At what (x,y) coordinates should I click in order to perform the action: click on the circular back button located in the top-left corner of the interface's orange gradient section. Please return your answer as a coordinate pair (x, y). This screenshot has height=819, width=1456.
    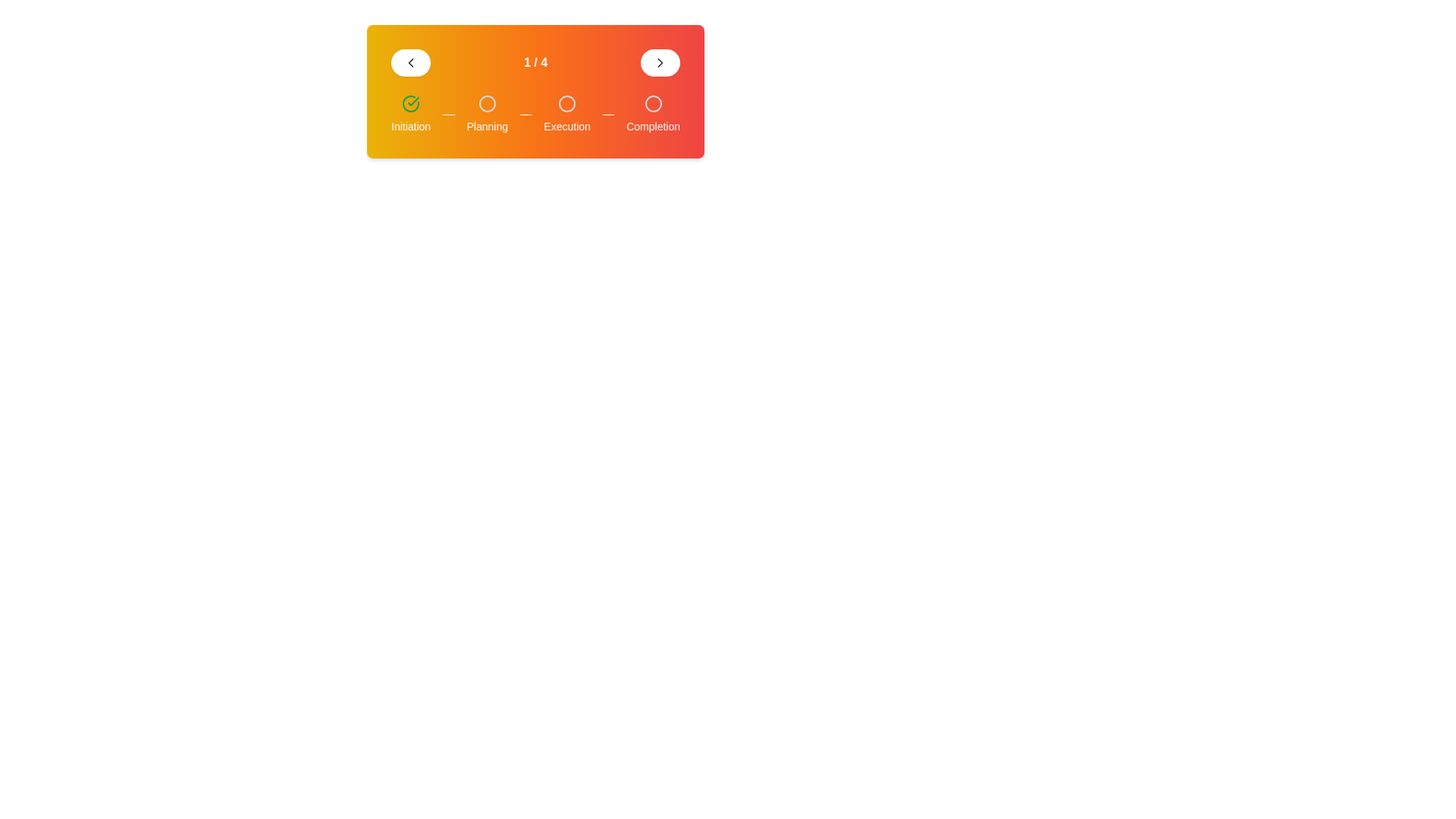
    Looking at the image, I should click on (411, 62).